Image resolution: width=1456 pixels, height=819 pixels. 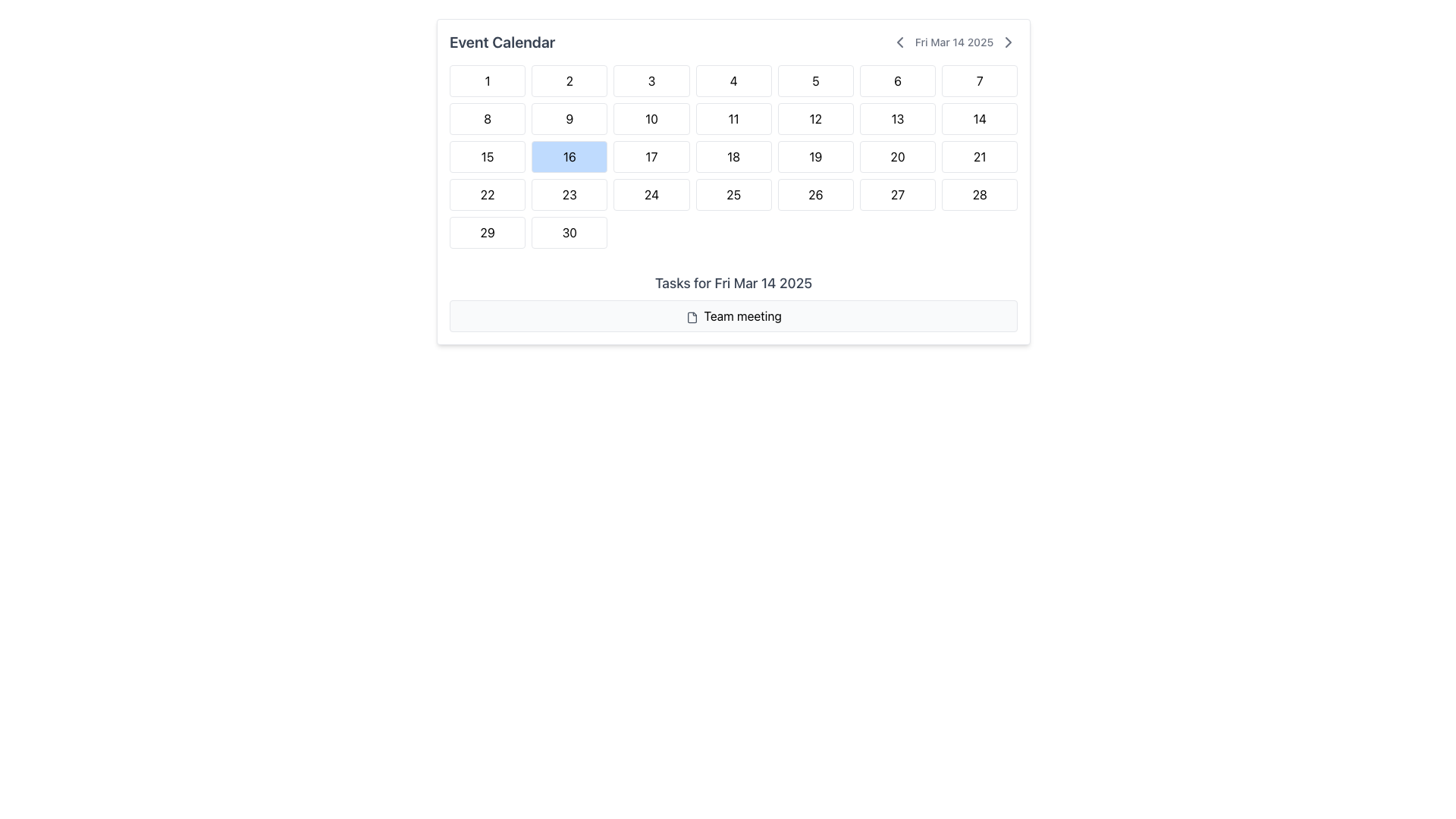 I want to click on the selectable date cell representing the 15th day of the month in the calendar, so click(x=488, y=157).